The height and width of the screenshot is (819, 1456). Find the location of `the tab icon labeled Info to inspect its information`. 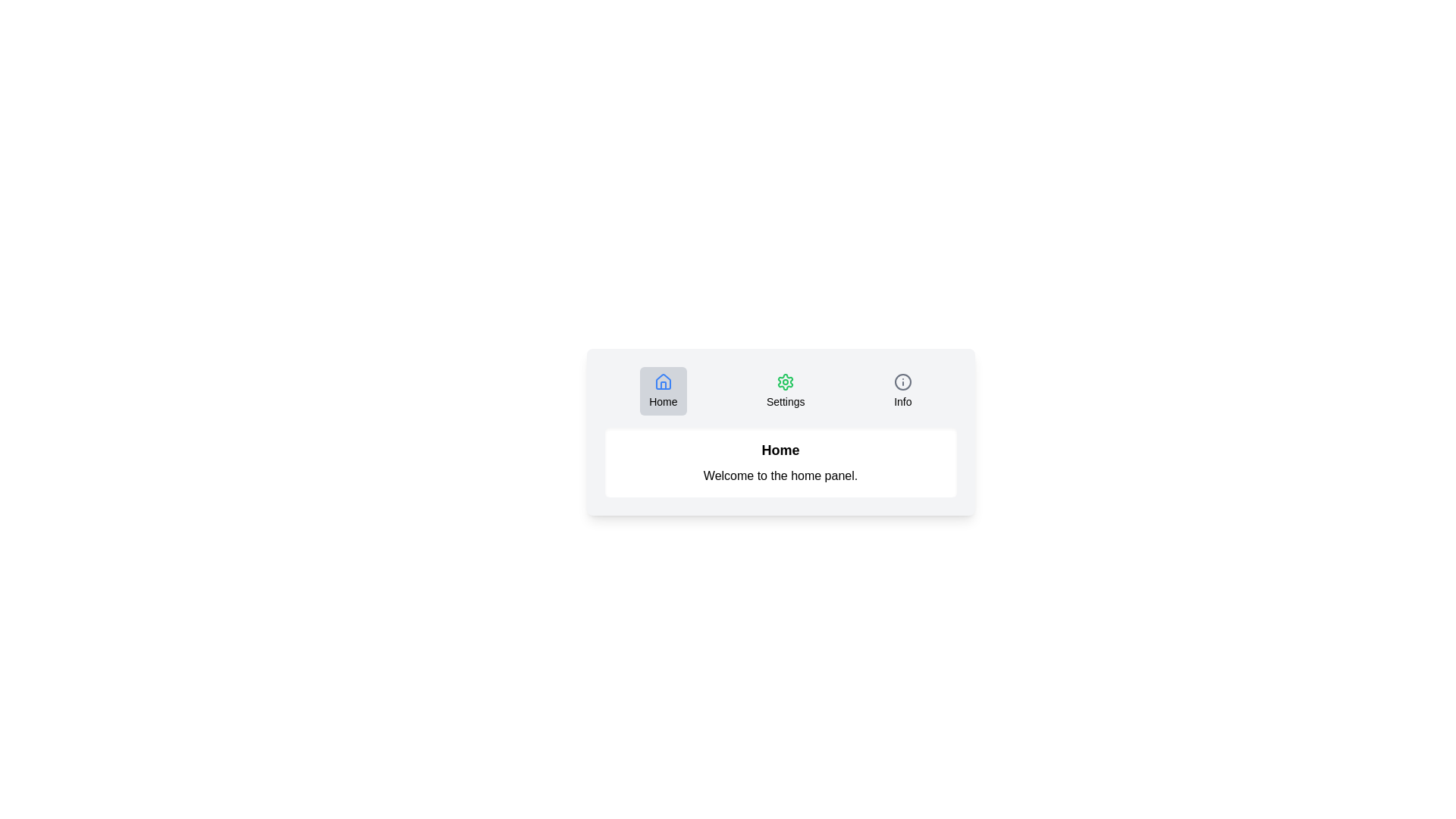

the tab icon labeled Info to inspect its information is located at coordinates (902, 391).